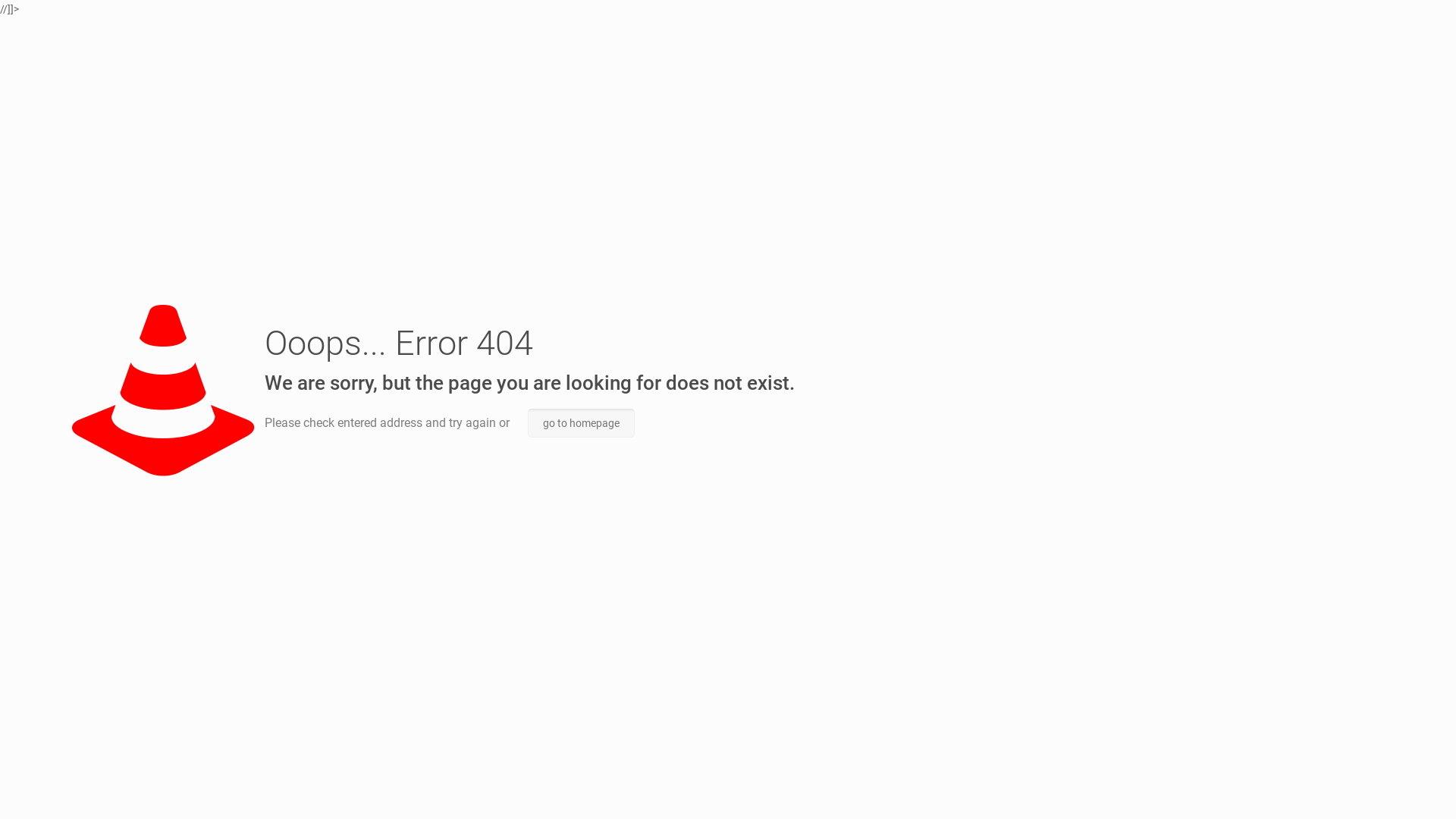  I want to click on 'go to homepage', so click(580, 423).